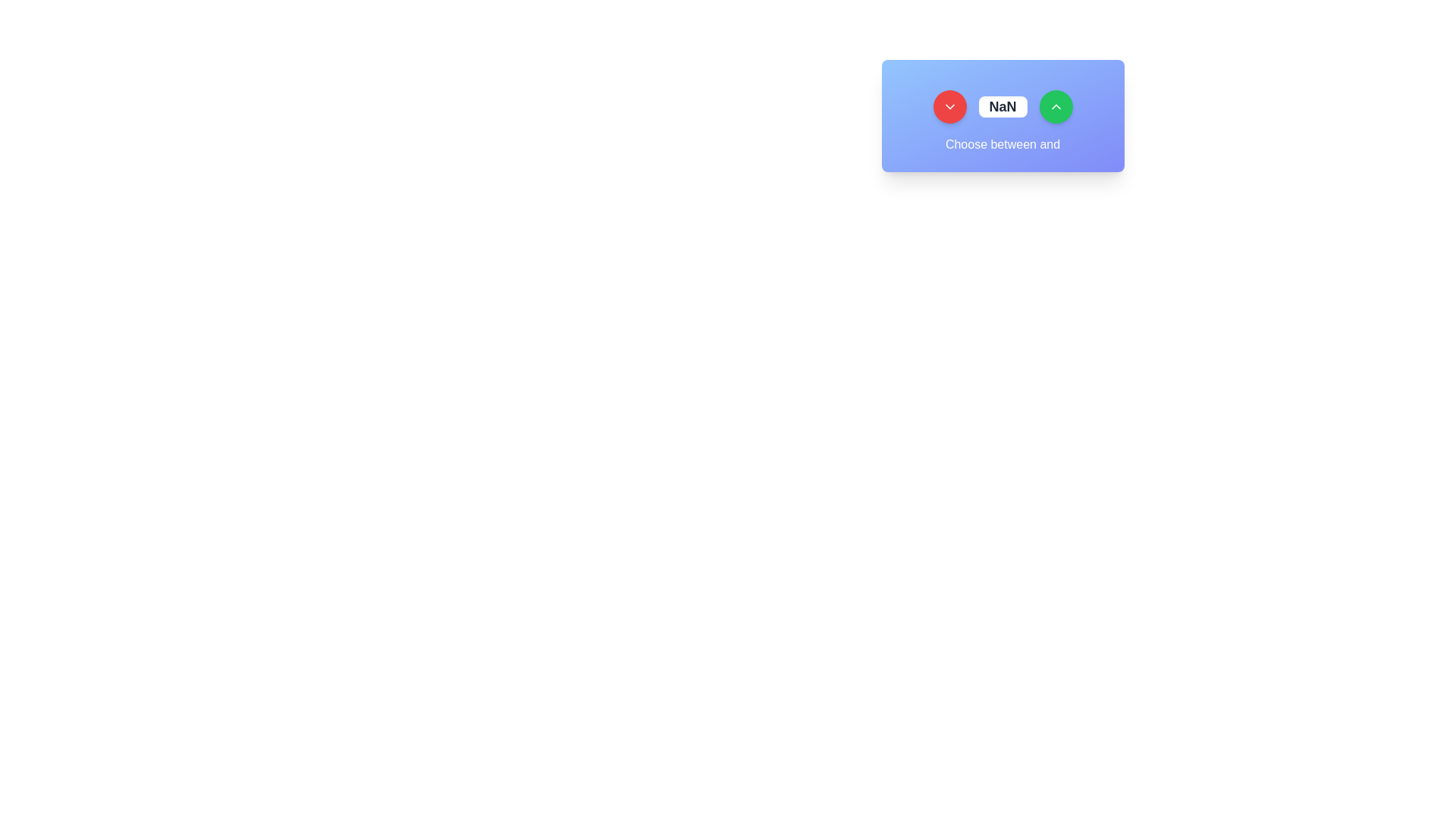 Image resolution: width=1456 pixels, height=819 pixels. I want to click on the non-editable text display field that shows 'NaN', located centrally between the red downward chevron and green upward chevron buttons, so click(1003, 106).